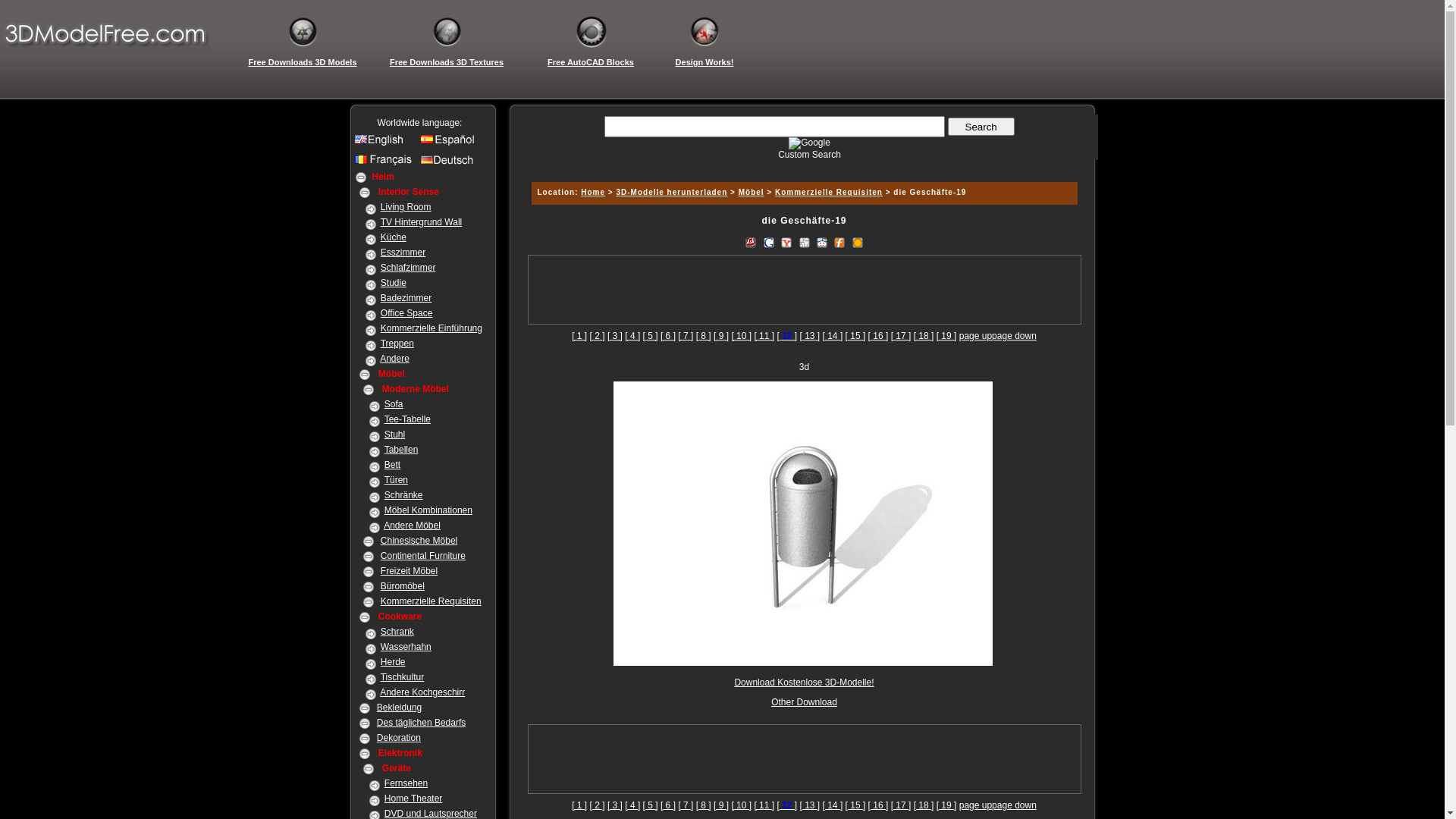  What do you see at coordinates (615, 335) in the screenshot?
I see `'[ 3 ]'` at bounding box center [615, 335].